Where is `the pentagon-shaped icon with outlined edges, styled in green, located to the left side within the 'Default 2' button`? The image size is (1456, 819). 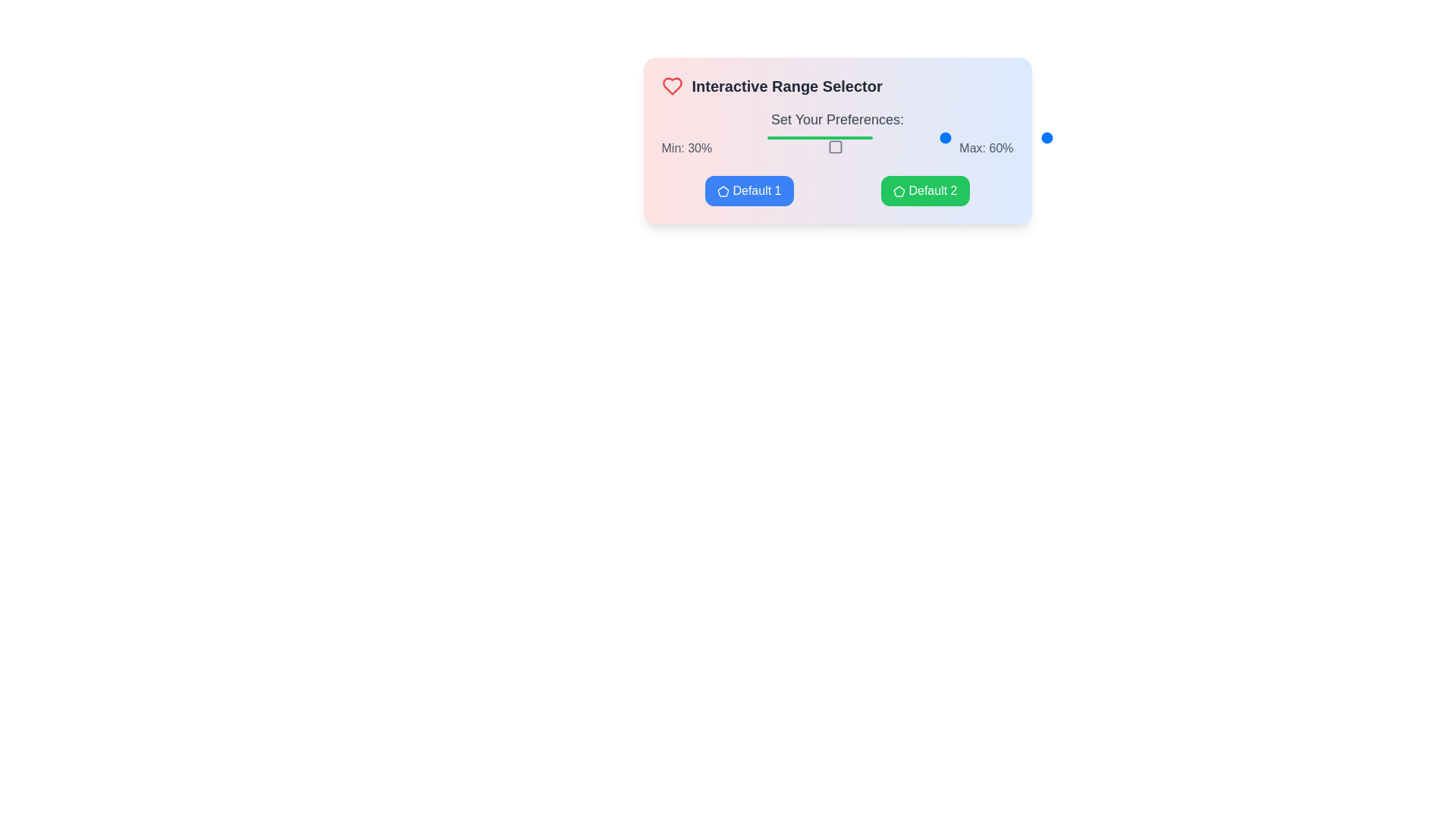 the pentagon-shaped icon with outlined edges, styled in green, located to the left side within the 'Default 2' button is located at coordinates (899, 190).